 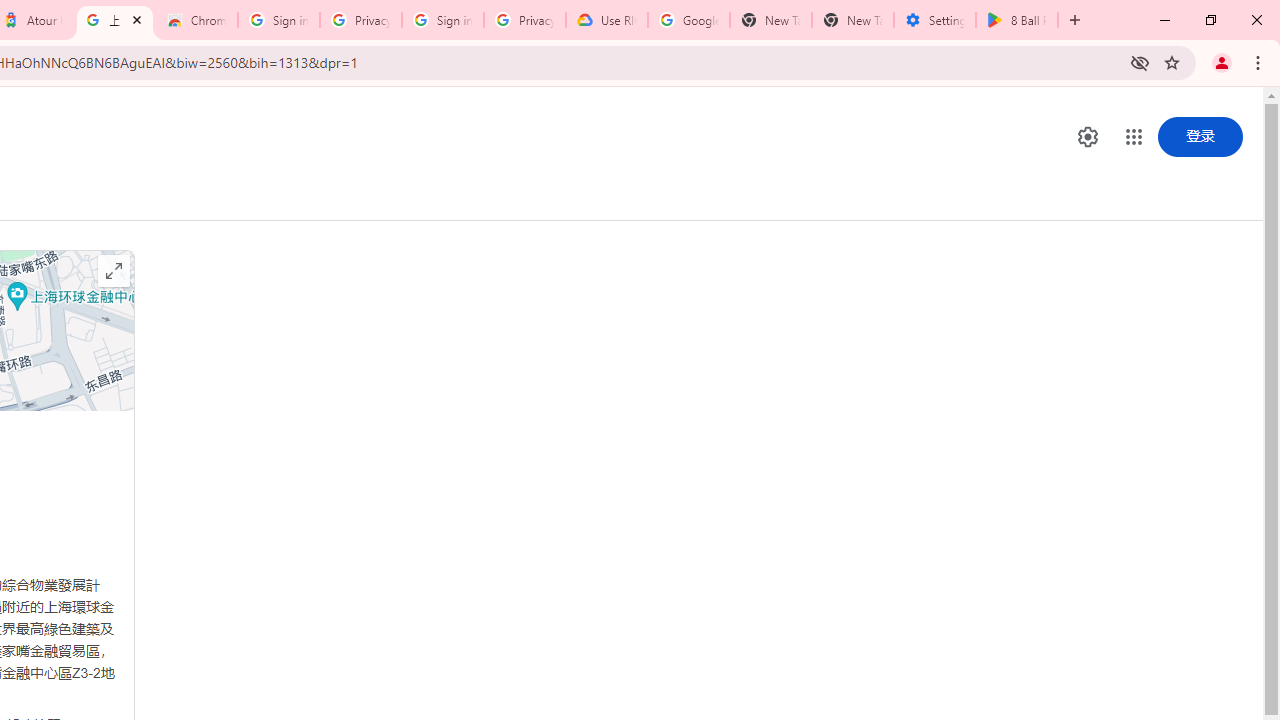 I want to click on 'Settings - System', so click(x=934, y=20).